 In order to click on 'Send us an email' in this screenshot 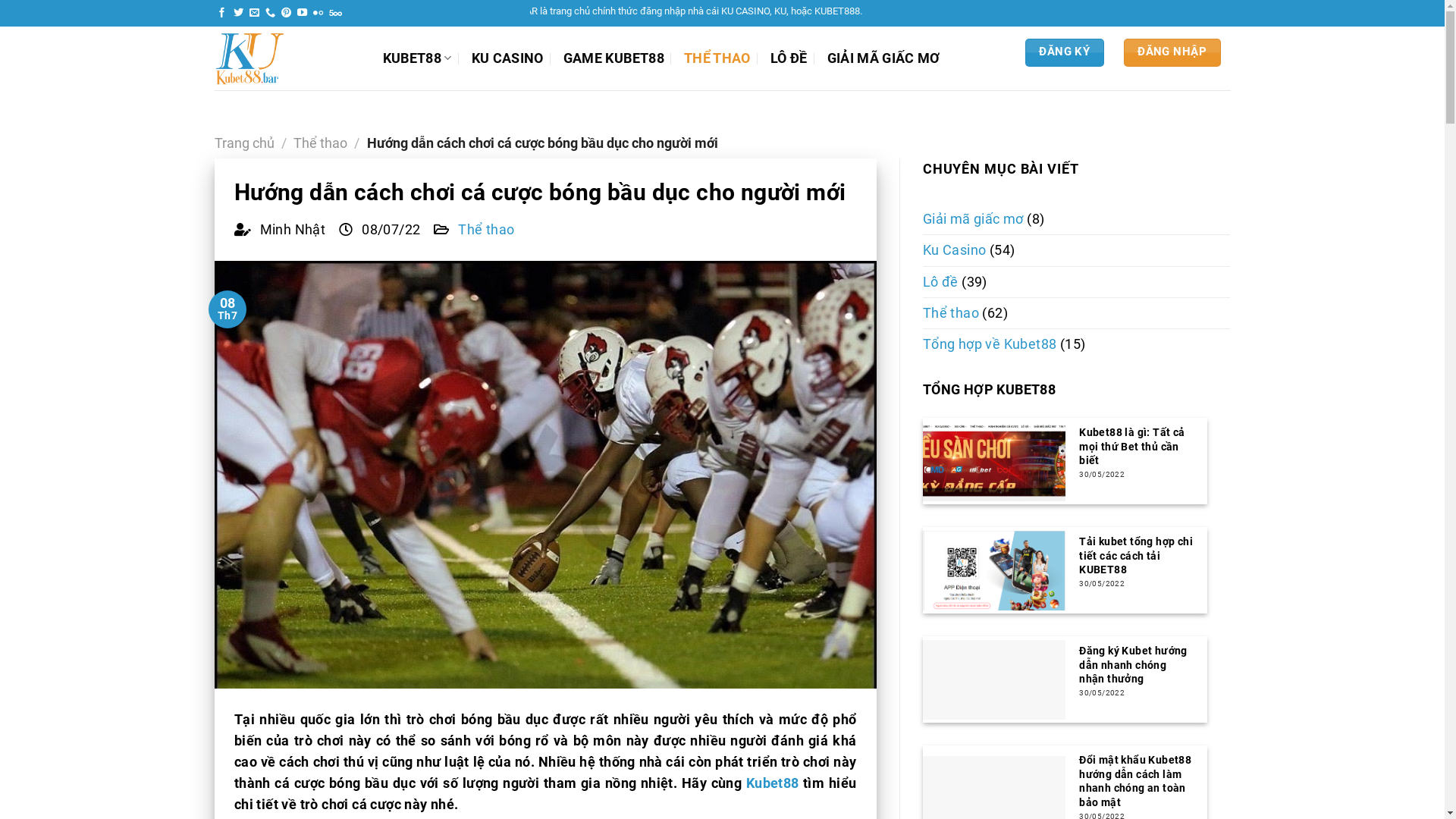, I will do `click(254, 13)`.